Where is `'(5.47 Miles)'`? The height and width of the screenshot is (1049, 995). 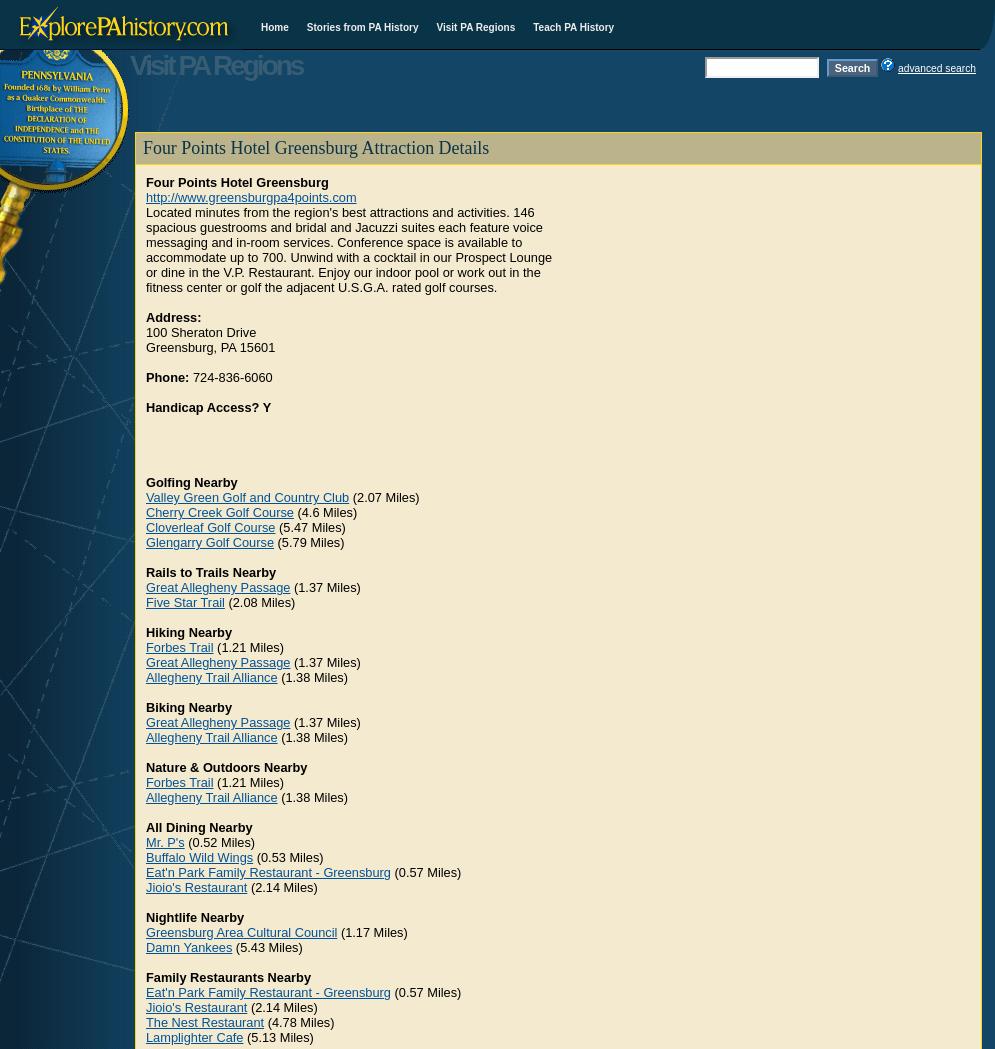 '(5.47 Miles)' is located at coordinates (310, 527).